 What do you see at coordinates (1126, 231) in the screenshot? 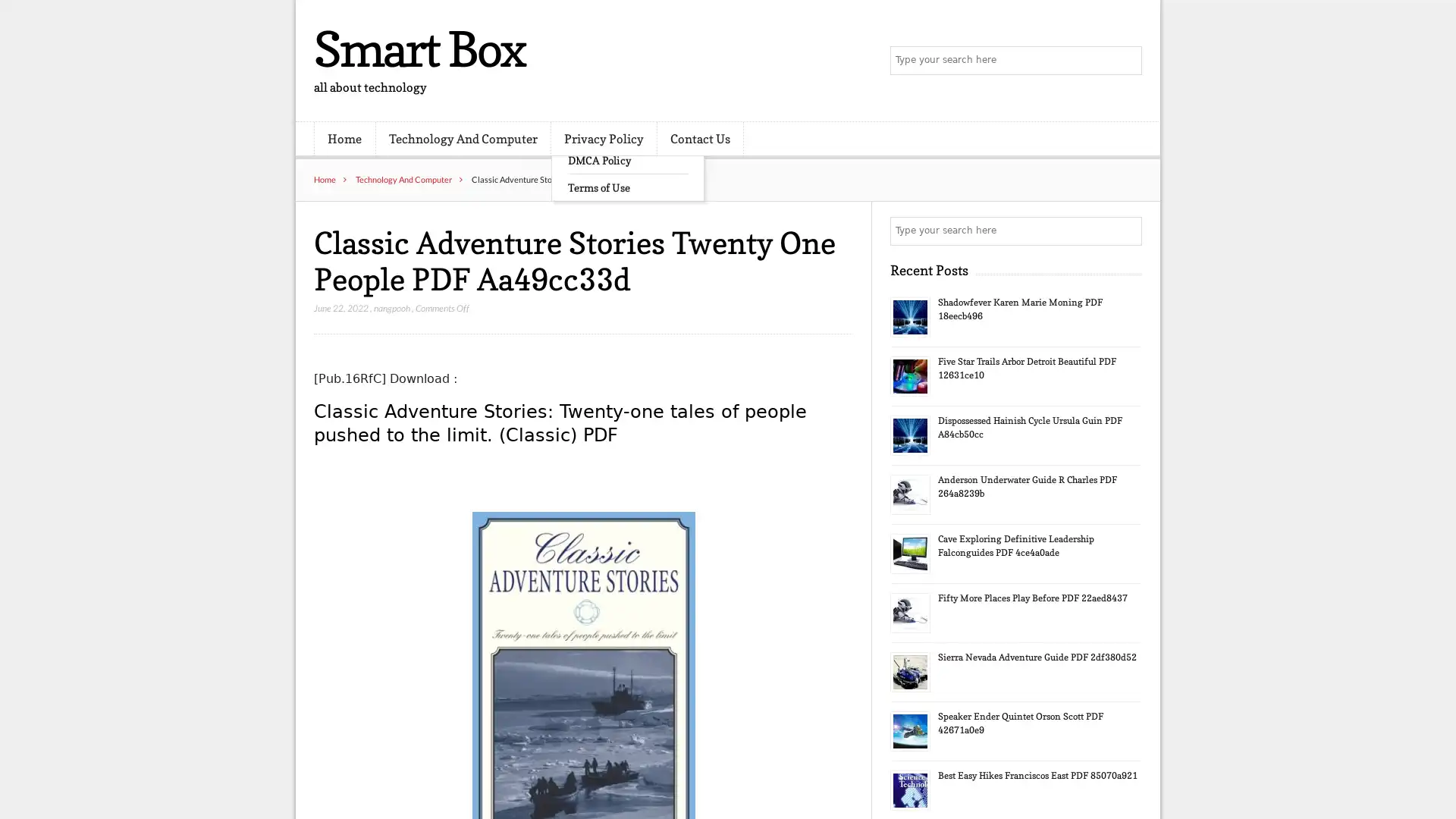
I see `Search` at bounding box center [1126, 231].